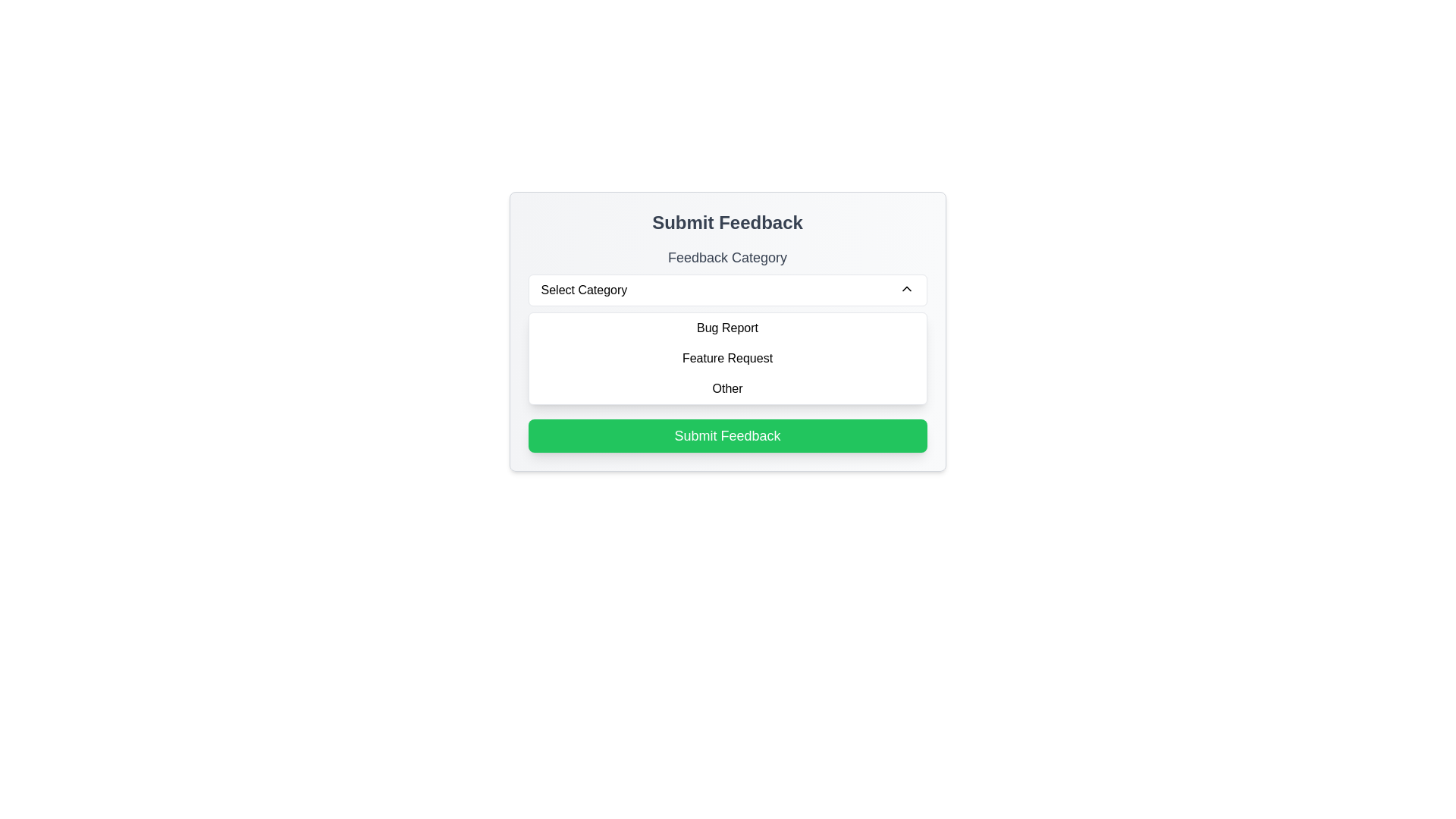 This screenshot has width=1456, height=819. I want to click on the dropdown menu located below the title 'Feedback Category' in the 'Submit Feedback' form, so click(726, 290).